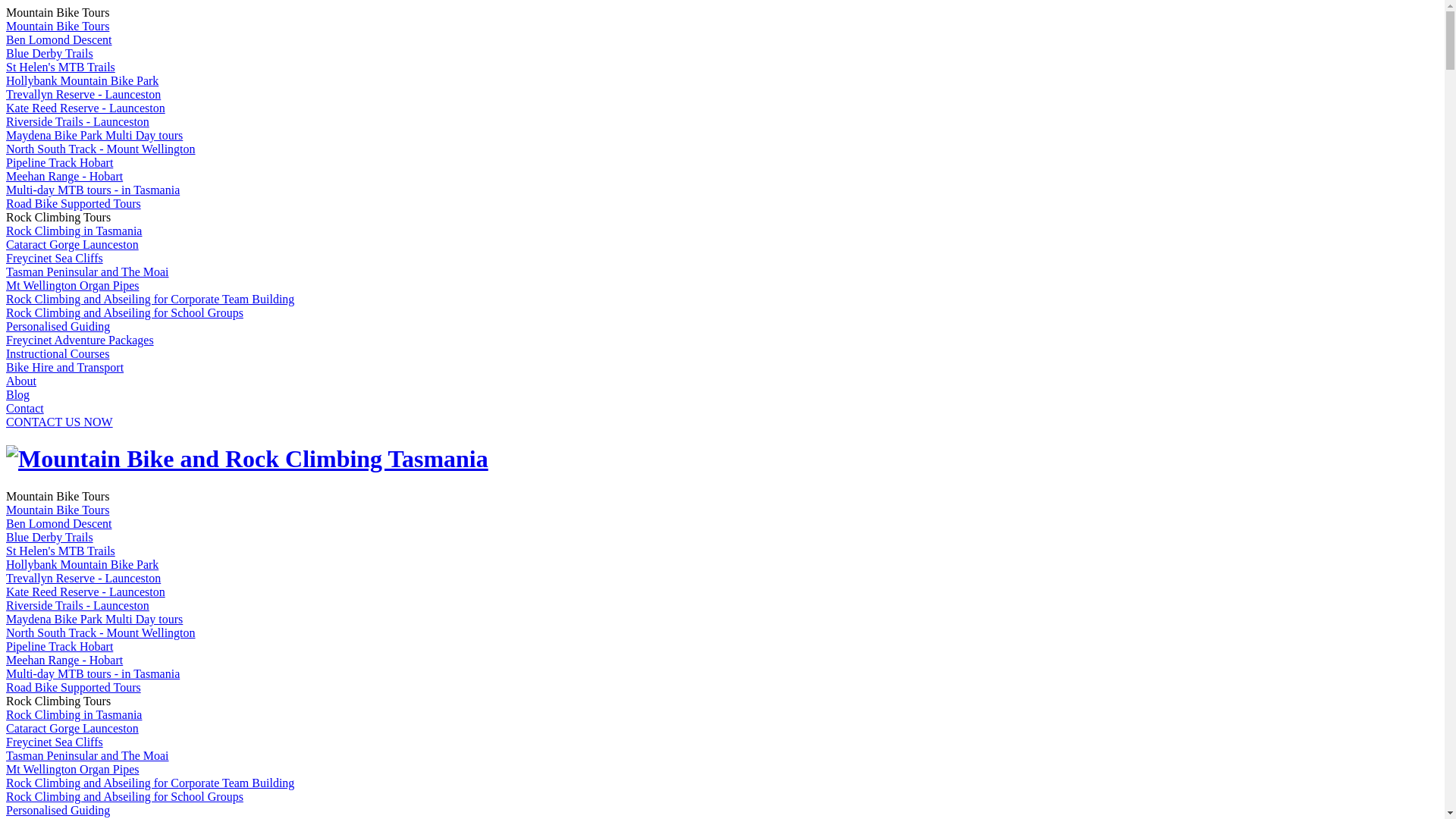 The width and height of the screenshot is (1456, 819). I want to click on 'Personalised Guiding', so click(58, 325).